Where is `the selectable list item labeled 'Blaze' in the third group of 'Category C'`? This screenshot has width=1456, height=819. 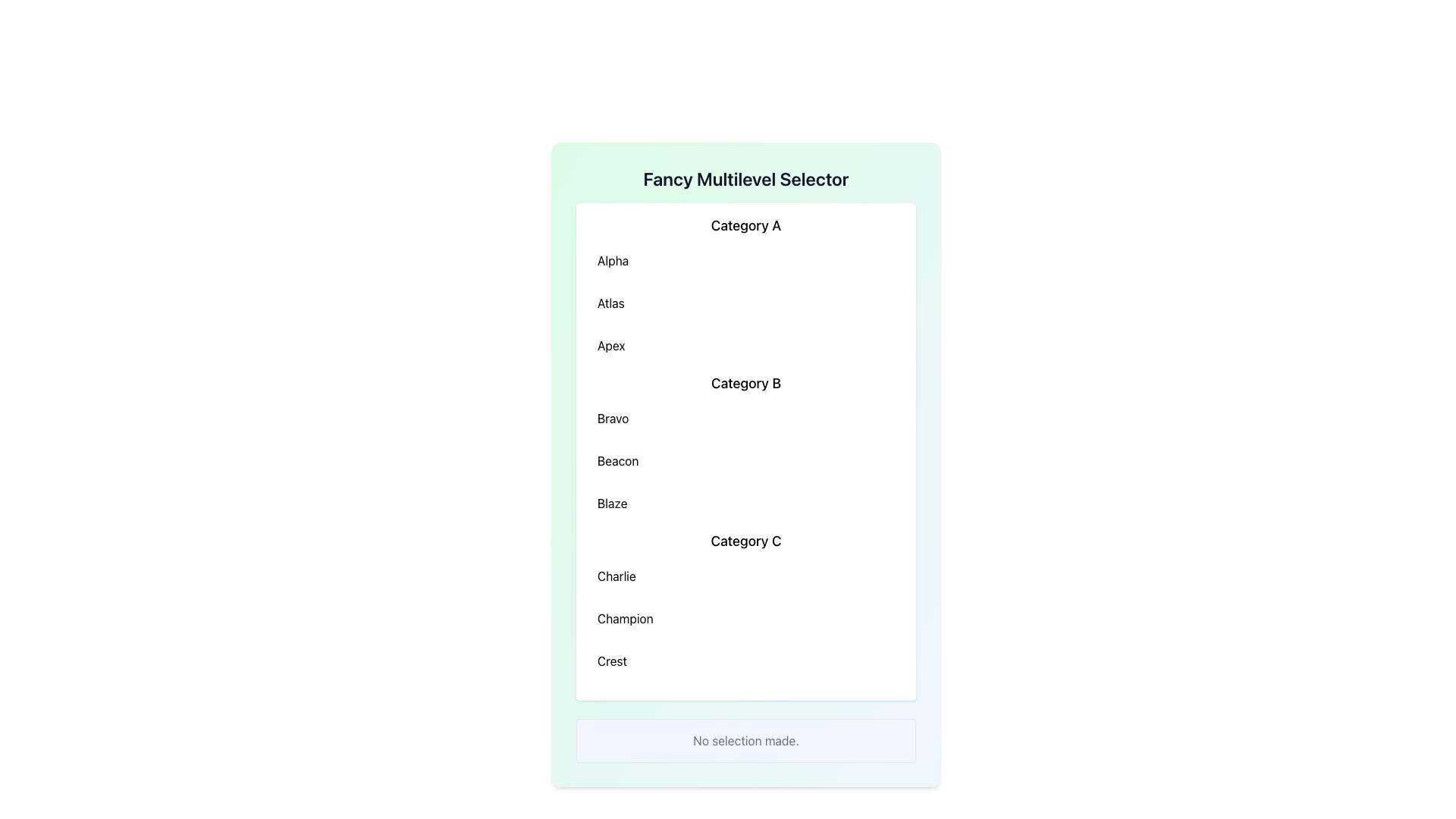 the selectable list item labeled 'Blaze' in the third group of 'Category C' is located at coordinates (612, 503).